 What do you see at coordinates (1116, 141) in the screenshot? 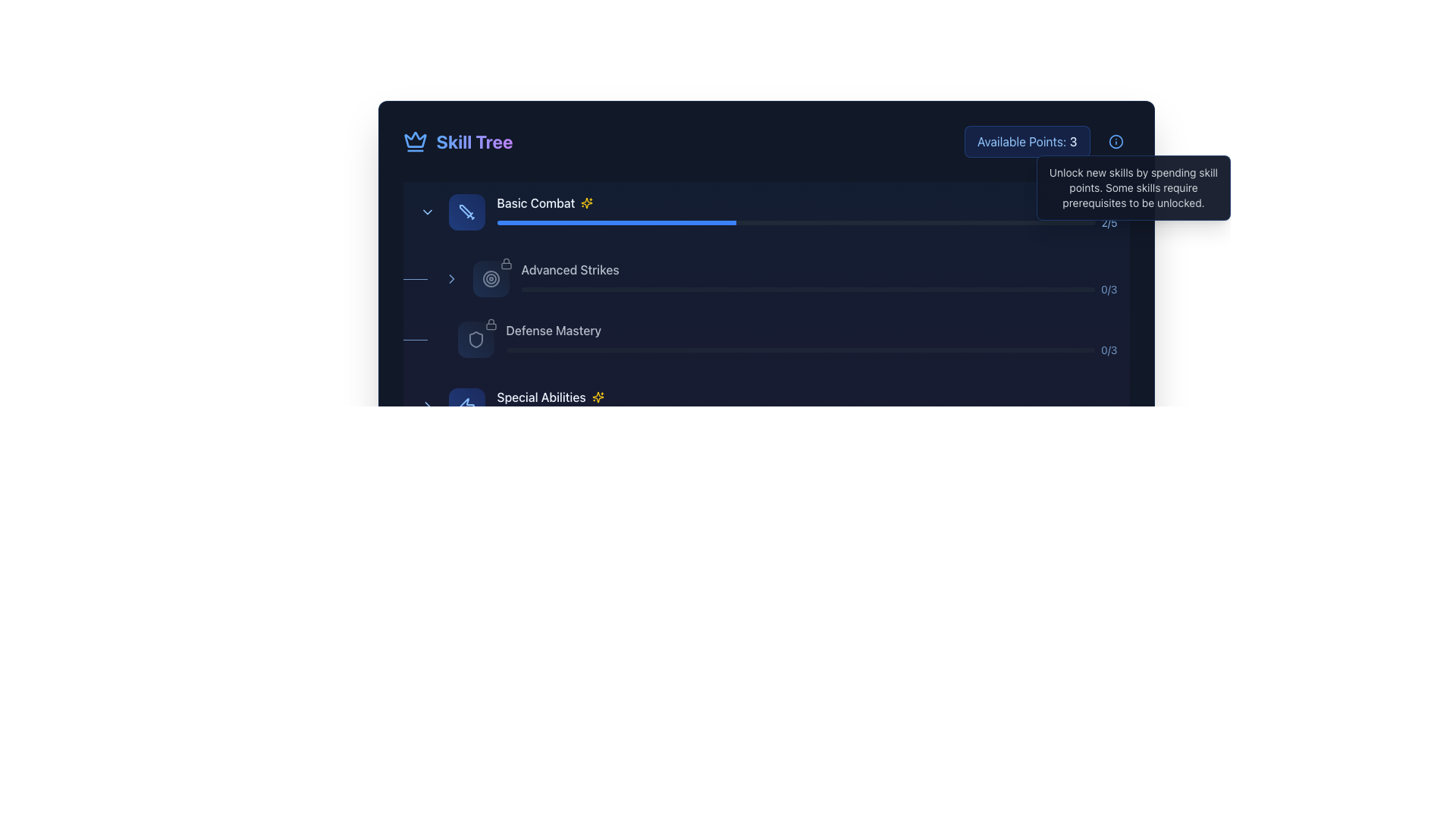
I see `the Interactive info icon with a light blue border and dark blue background located next to the 'Available Points: 3' text` at bounding box center [1116, 141].